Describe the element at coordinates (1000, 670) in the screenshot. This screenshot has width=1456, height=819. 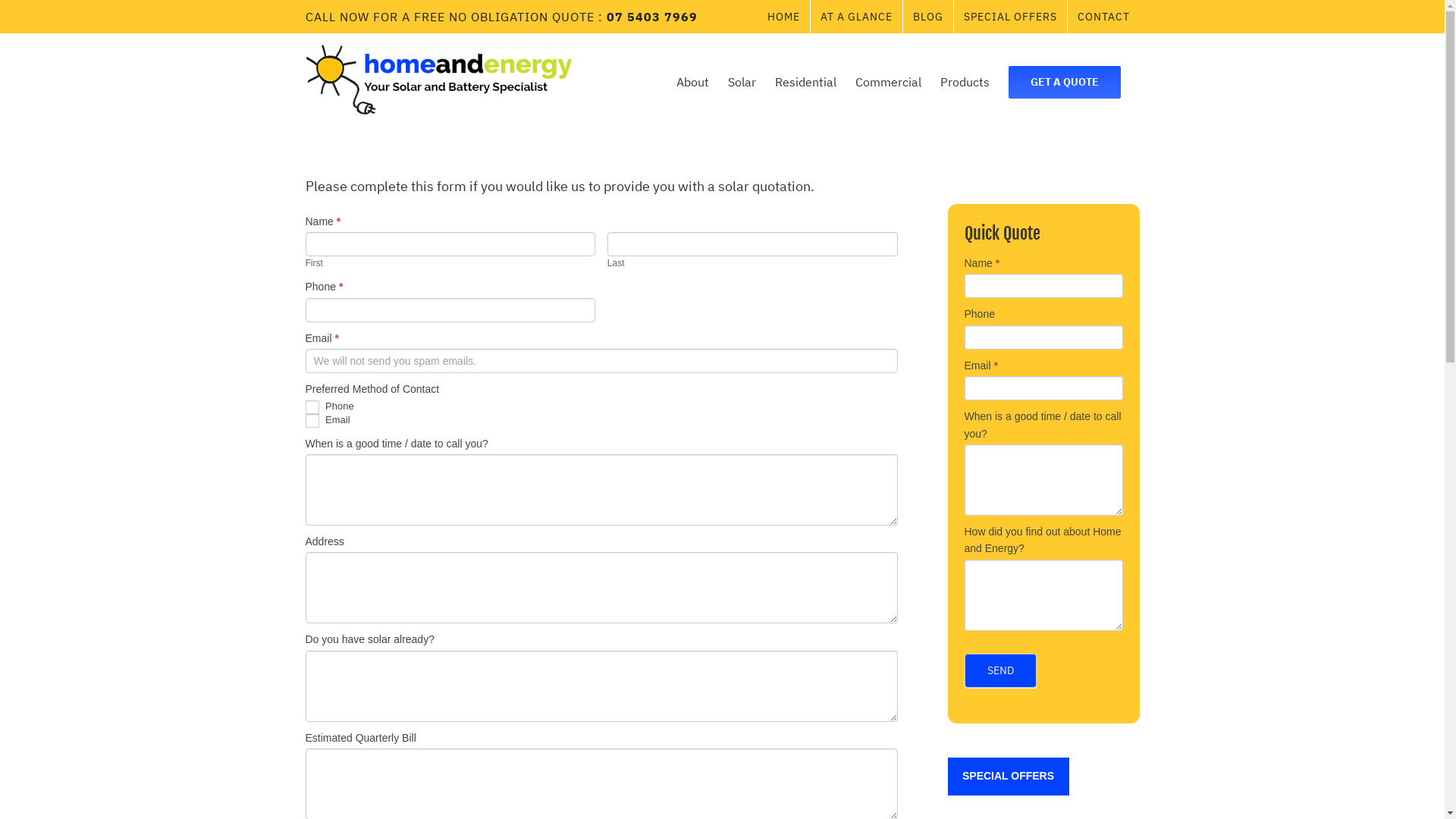
I see `'SEND'` at that location.